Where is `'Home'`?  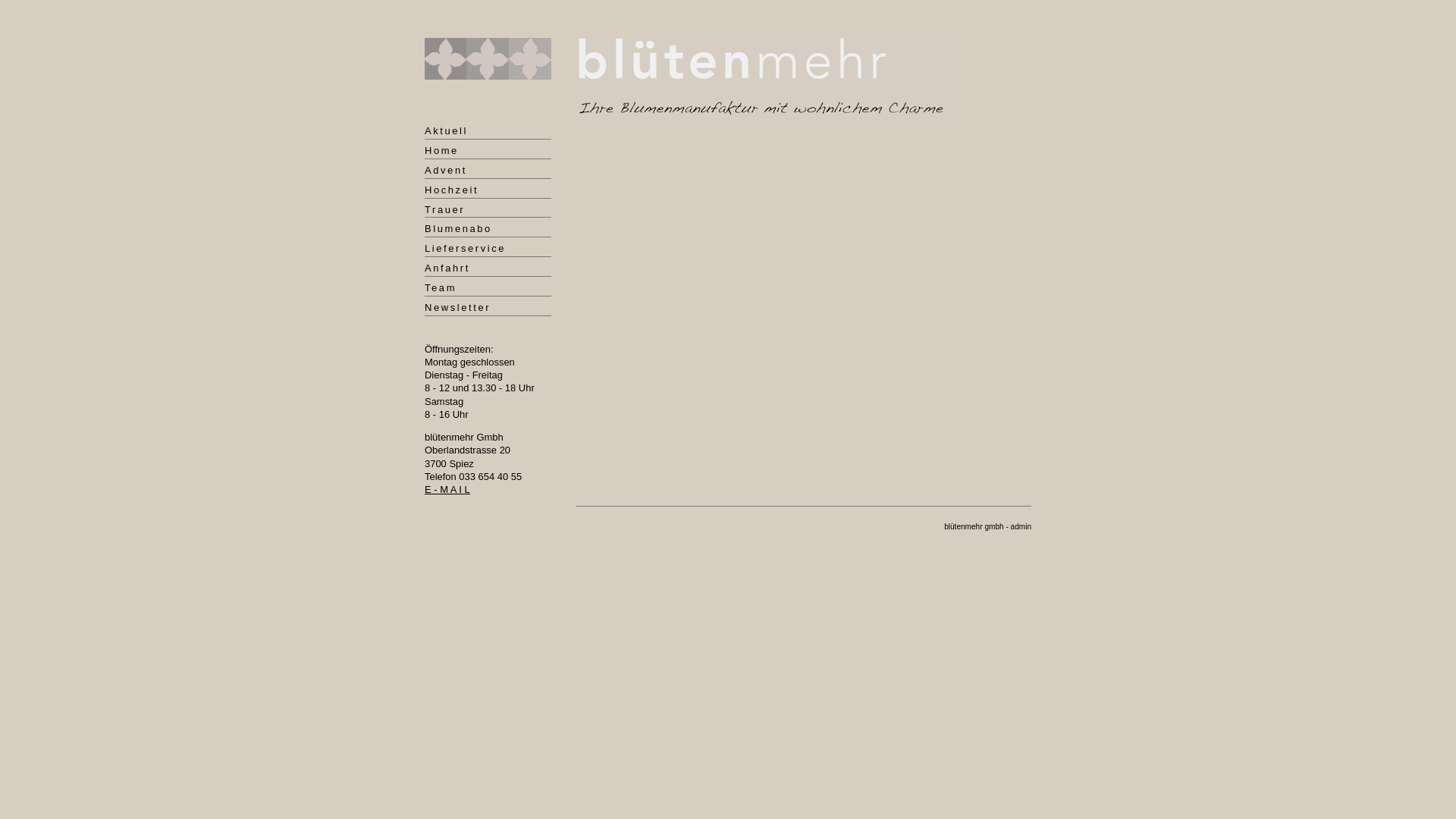 'Home' is located at coordinates (425, 152).